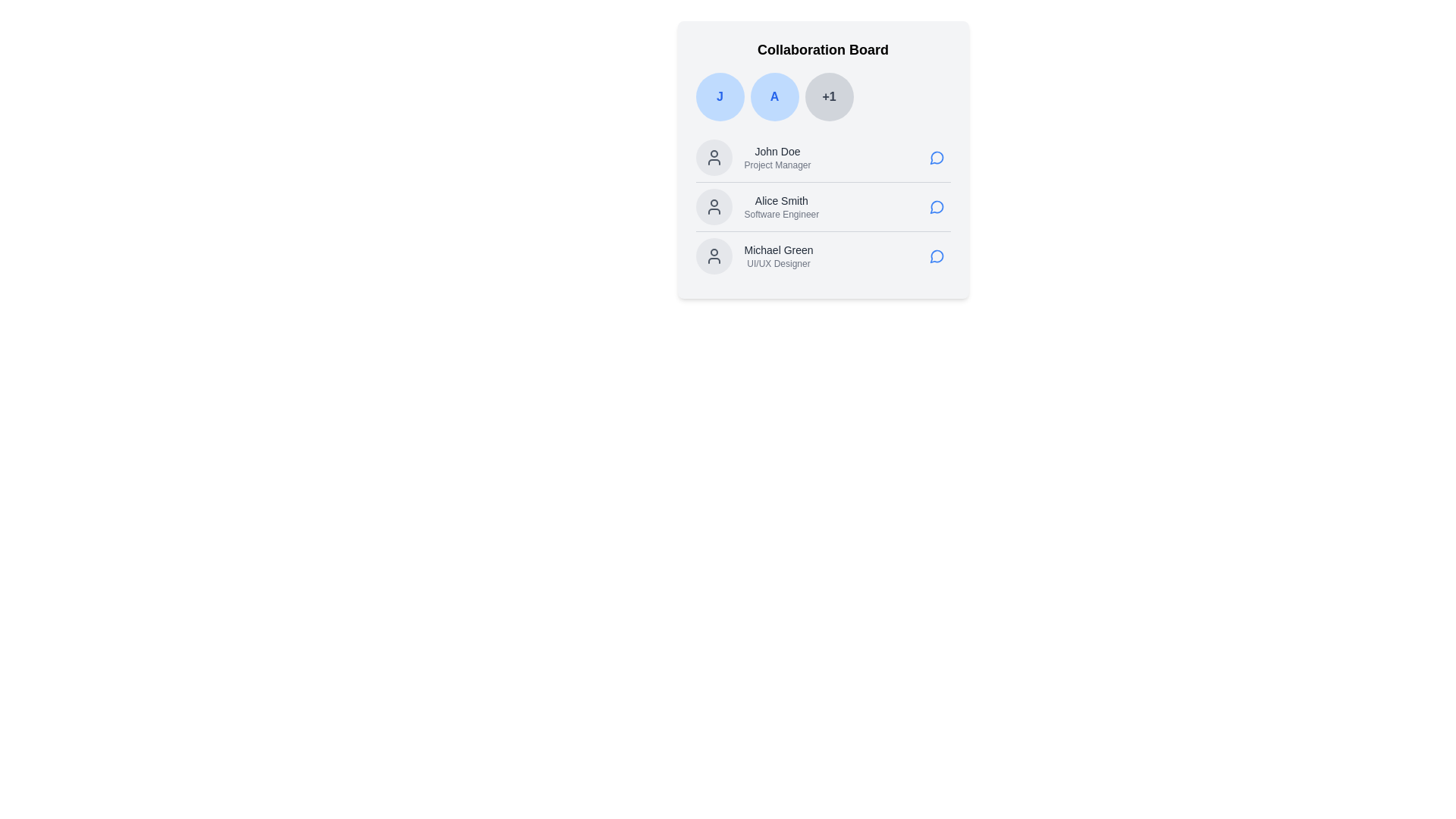 The image size is (1456, 819). What do you see at coordinates (936, 207) in the screenshot?
I see `the circular interactive button with a blue speech bubble icon located at the end of the 'Alice Smith Software Engineer' row` at bounding box center [936, 207].